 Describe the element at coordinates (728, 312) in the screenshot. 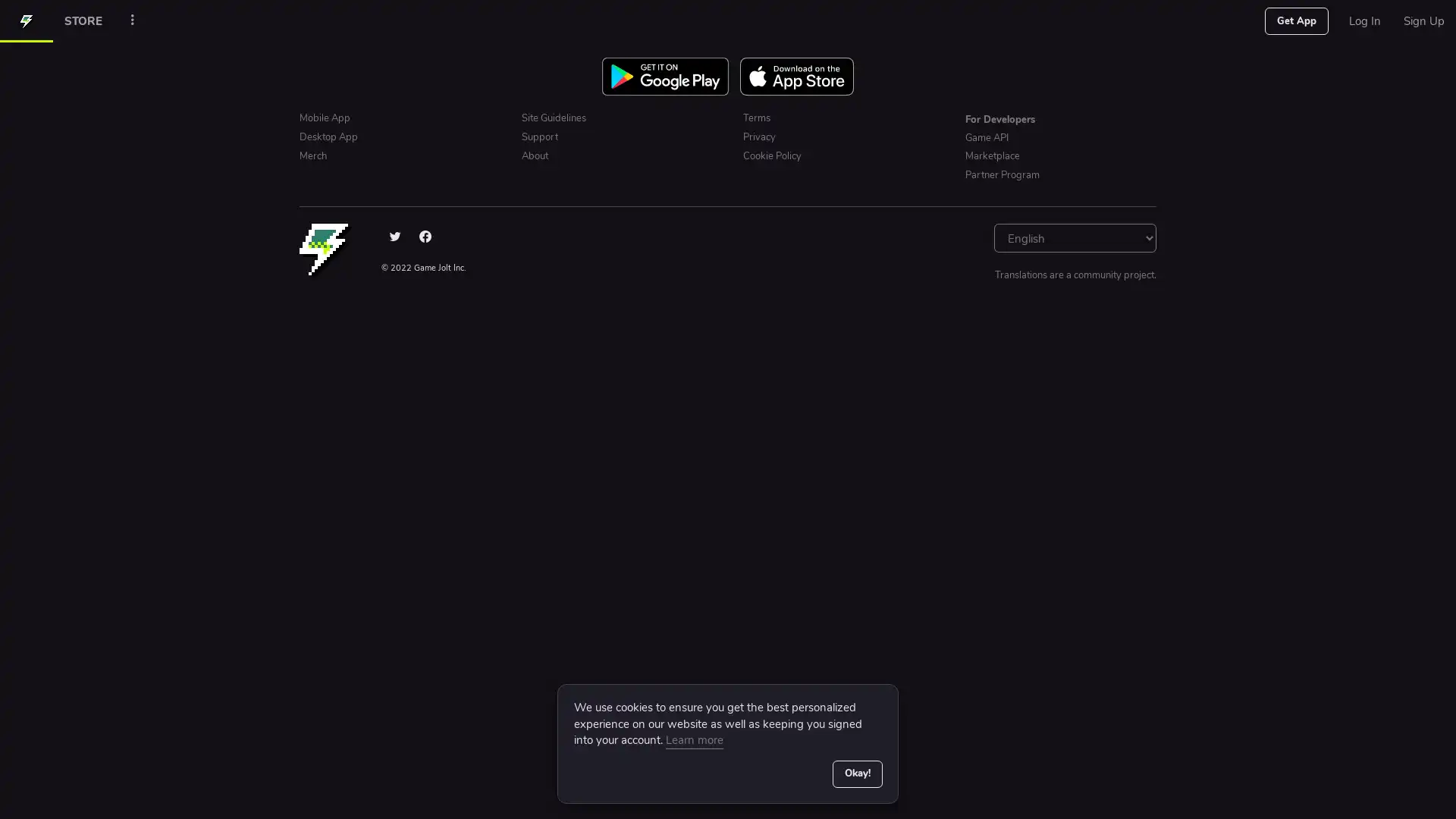

I see `Sign up with Google` at that location.